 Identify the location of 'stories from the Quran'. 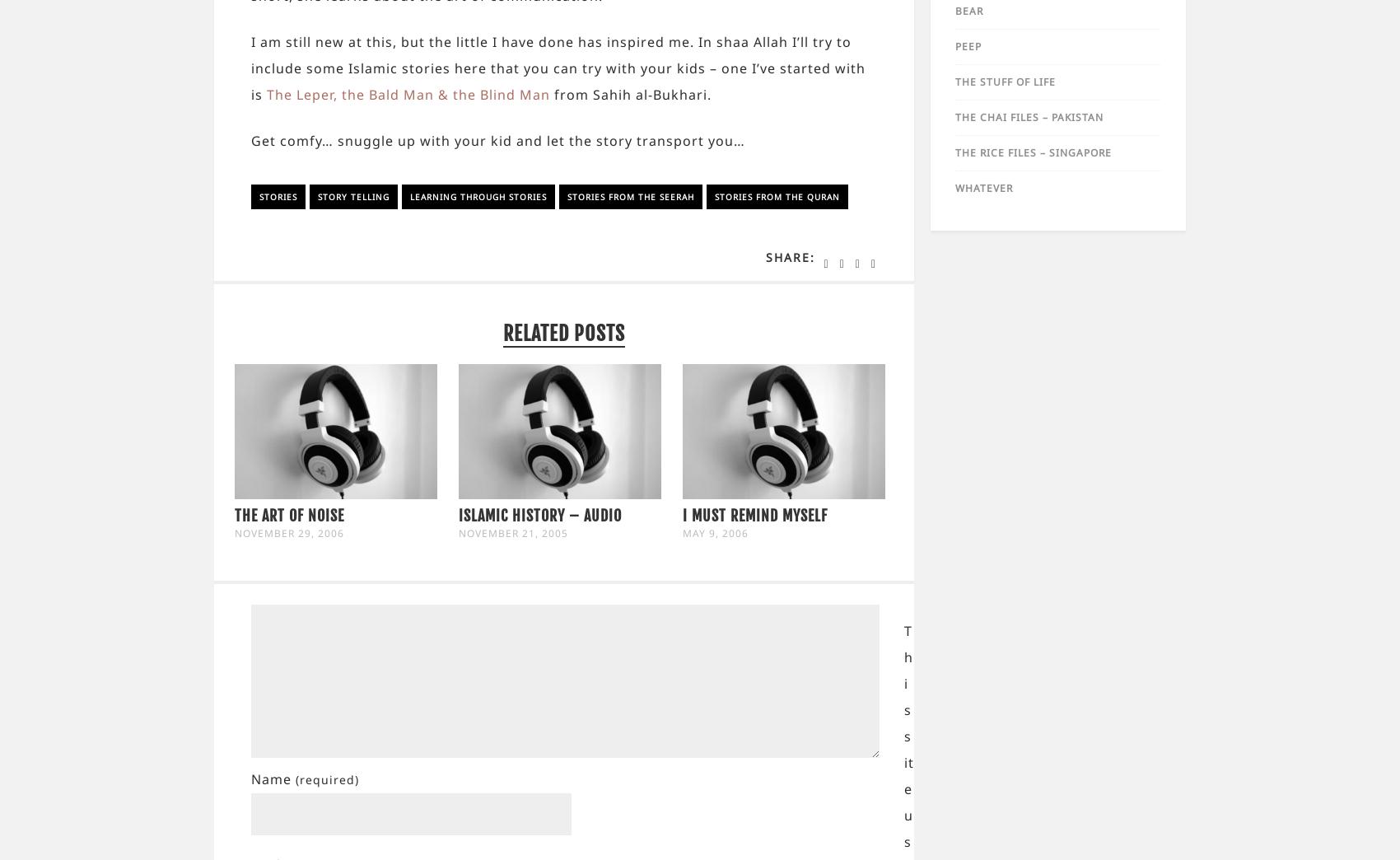
(777, 196).